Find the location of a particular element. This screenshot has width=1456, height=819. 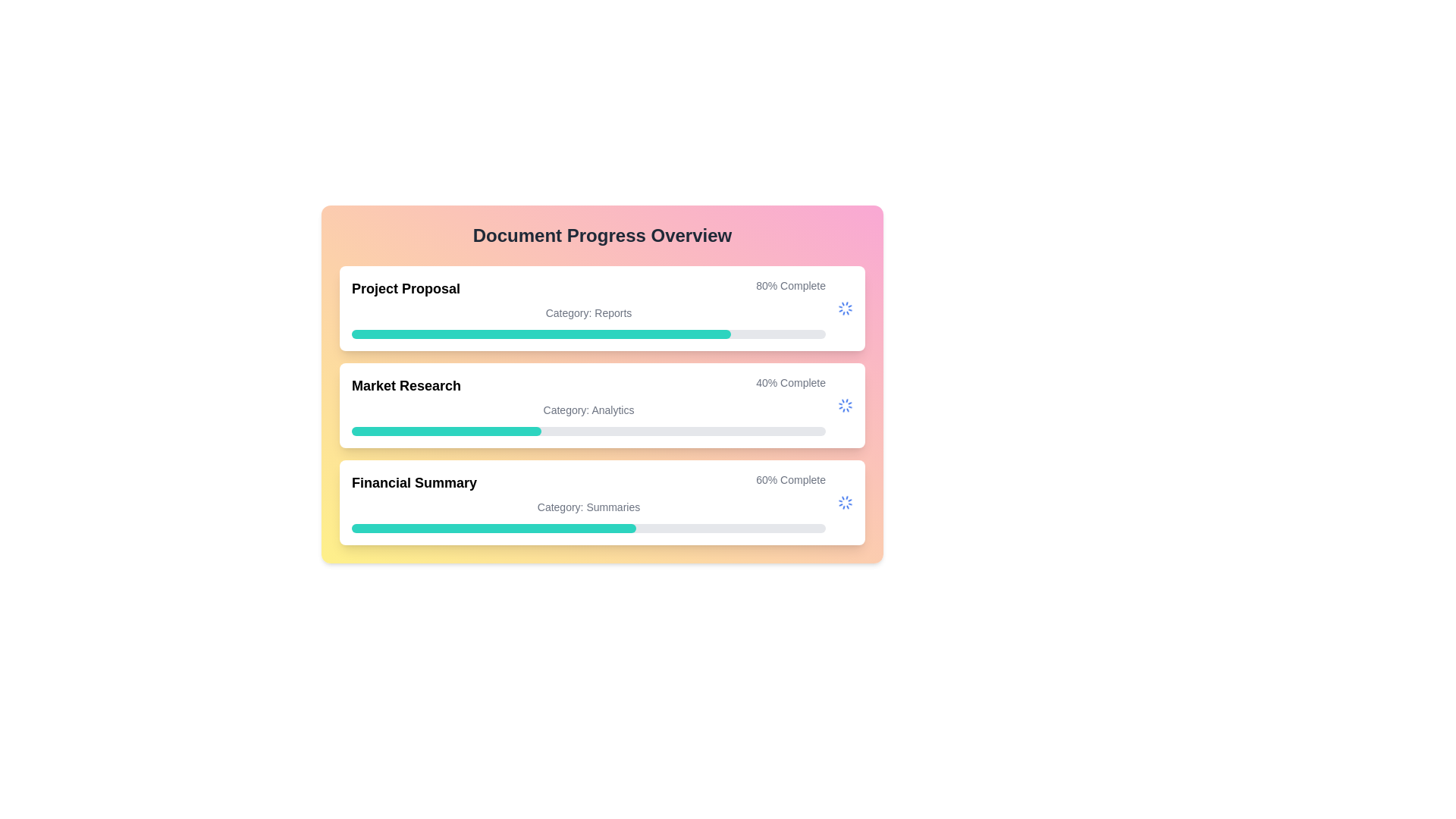

the progress indicator element in the 'Financial Summary' section, which is a teal horizontal bar with rounded ends indicating 60% completion is located at coordinates (494, 528).